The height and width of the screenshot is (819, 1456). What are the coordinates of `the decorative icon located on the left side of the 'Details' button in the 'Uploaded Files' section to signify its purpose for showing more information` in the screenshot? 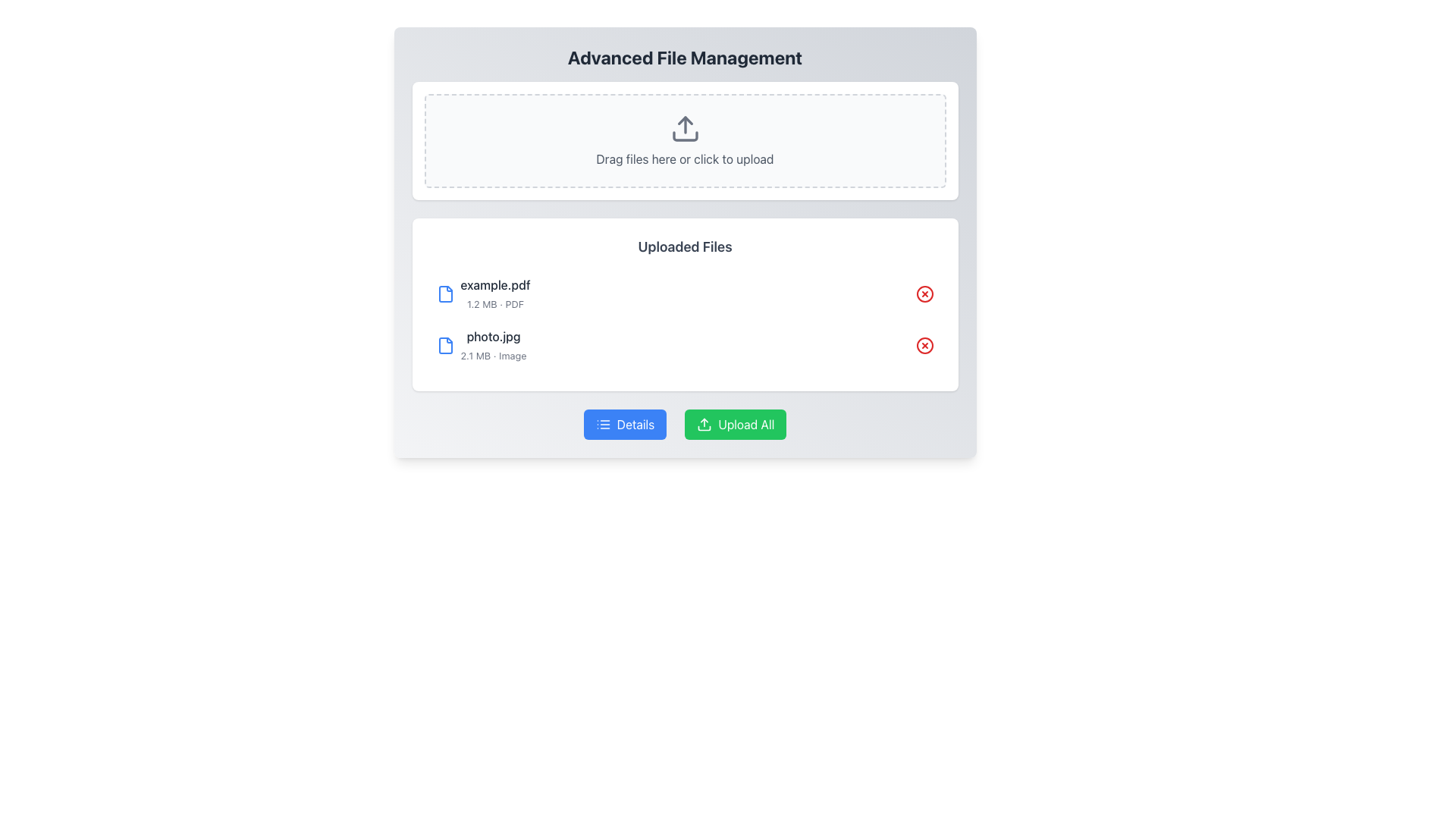 It's located at (602, 424).